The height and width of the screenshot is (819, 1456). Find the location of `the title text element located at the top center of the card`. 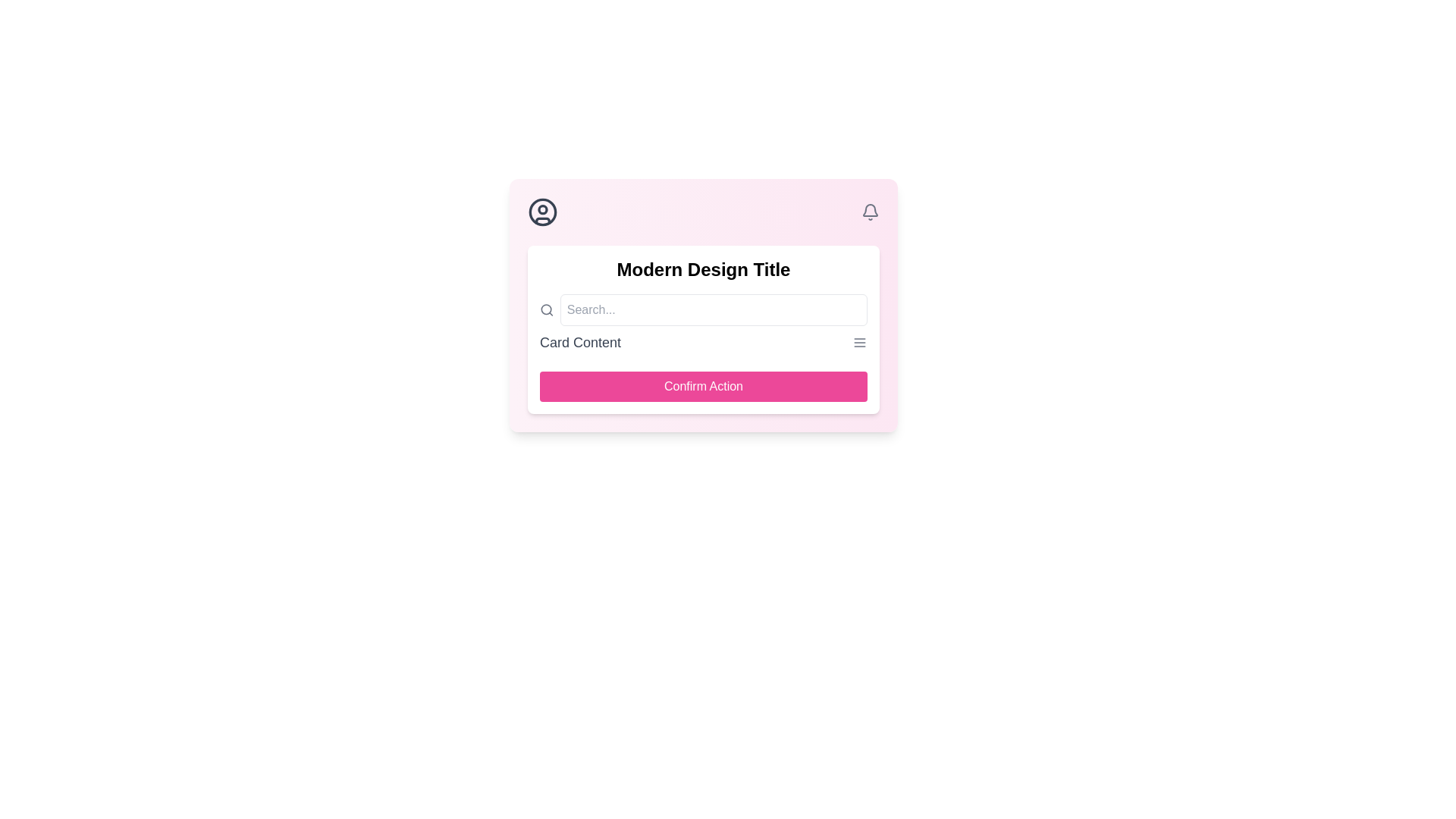

the title text element located at the top center of the card is located at coordinates (702, 268).